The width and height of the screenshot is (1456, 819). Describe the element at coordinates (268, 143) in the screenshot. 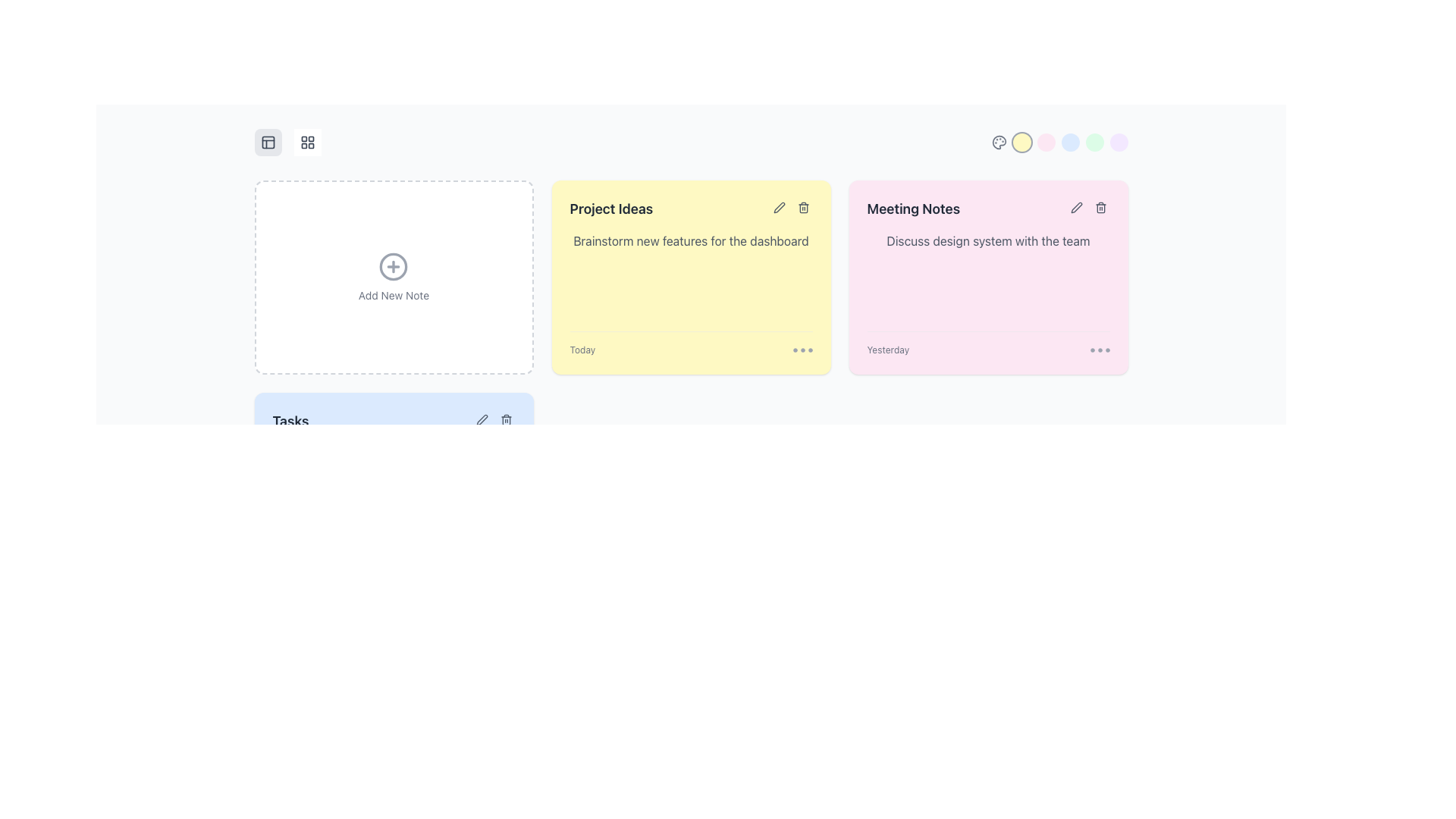

I see `the gray rectangular button with rounded corners and a grid layout icon` at that location.